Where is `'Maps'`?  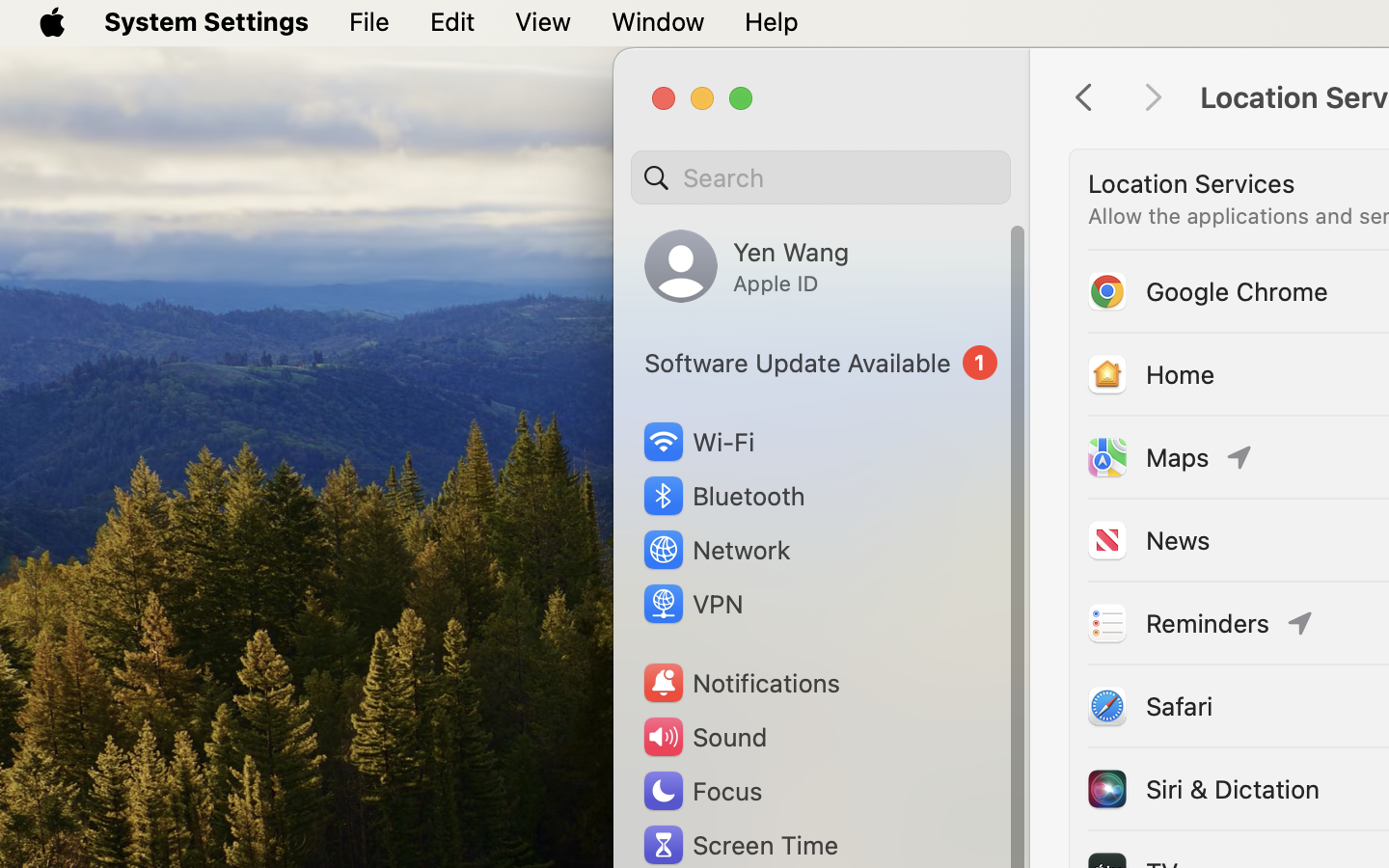
'Maps' is located at coordinates (1147, 456).